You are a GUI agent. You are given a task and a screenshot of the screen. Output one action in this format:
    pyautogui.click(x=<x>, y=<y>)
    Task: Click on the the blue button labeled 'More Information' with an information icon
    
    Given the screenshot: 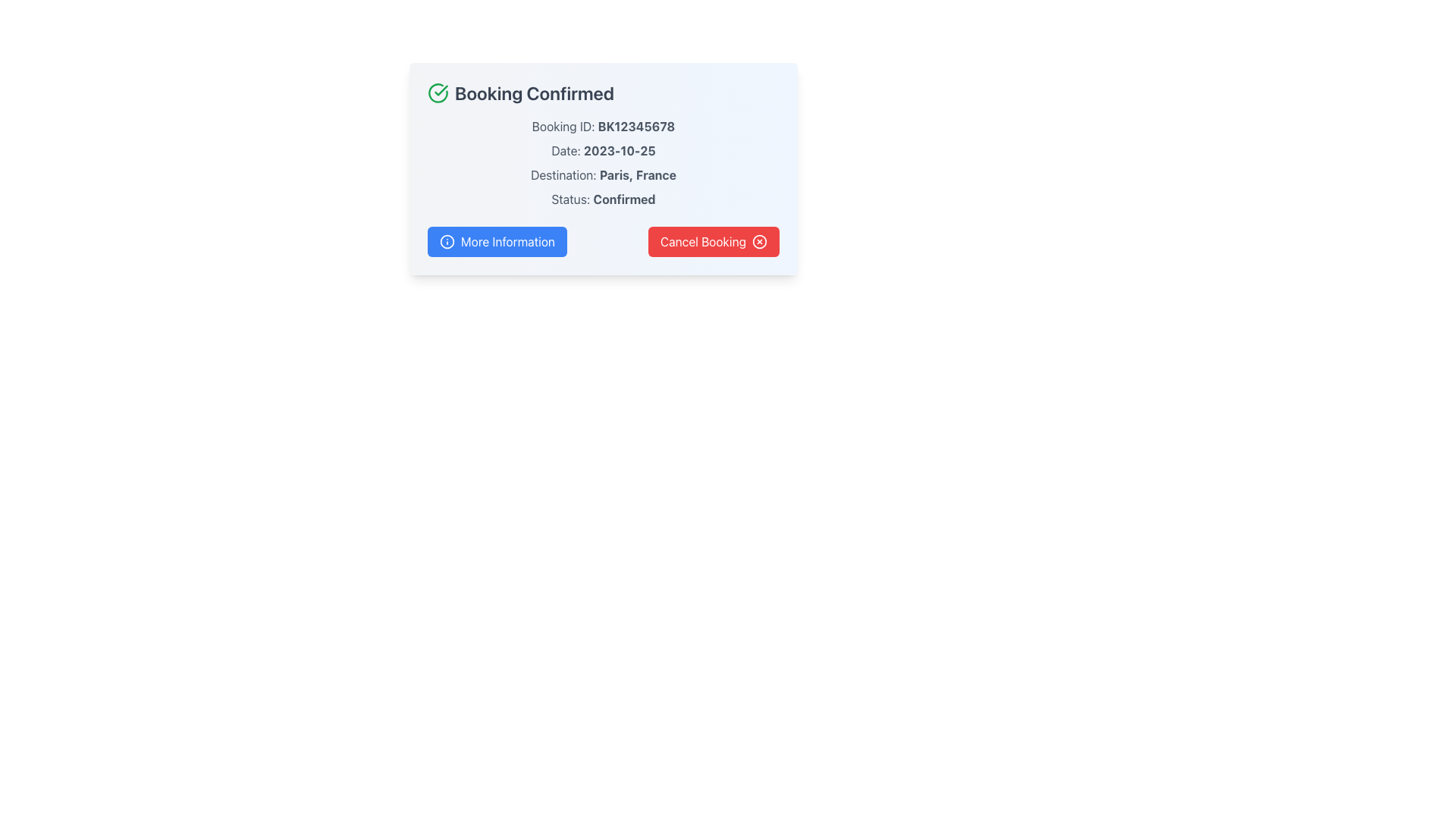 What is the action you would take?
    pyautogui.click(x=497, y=241)
    